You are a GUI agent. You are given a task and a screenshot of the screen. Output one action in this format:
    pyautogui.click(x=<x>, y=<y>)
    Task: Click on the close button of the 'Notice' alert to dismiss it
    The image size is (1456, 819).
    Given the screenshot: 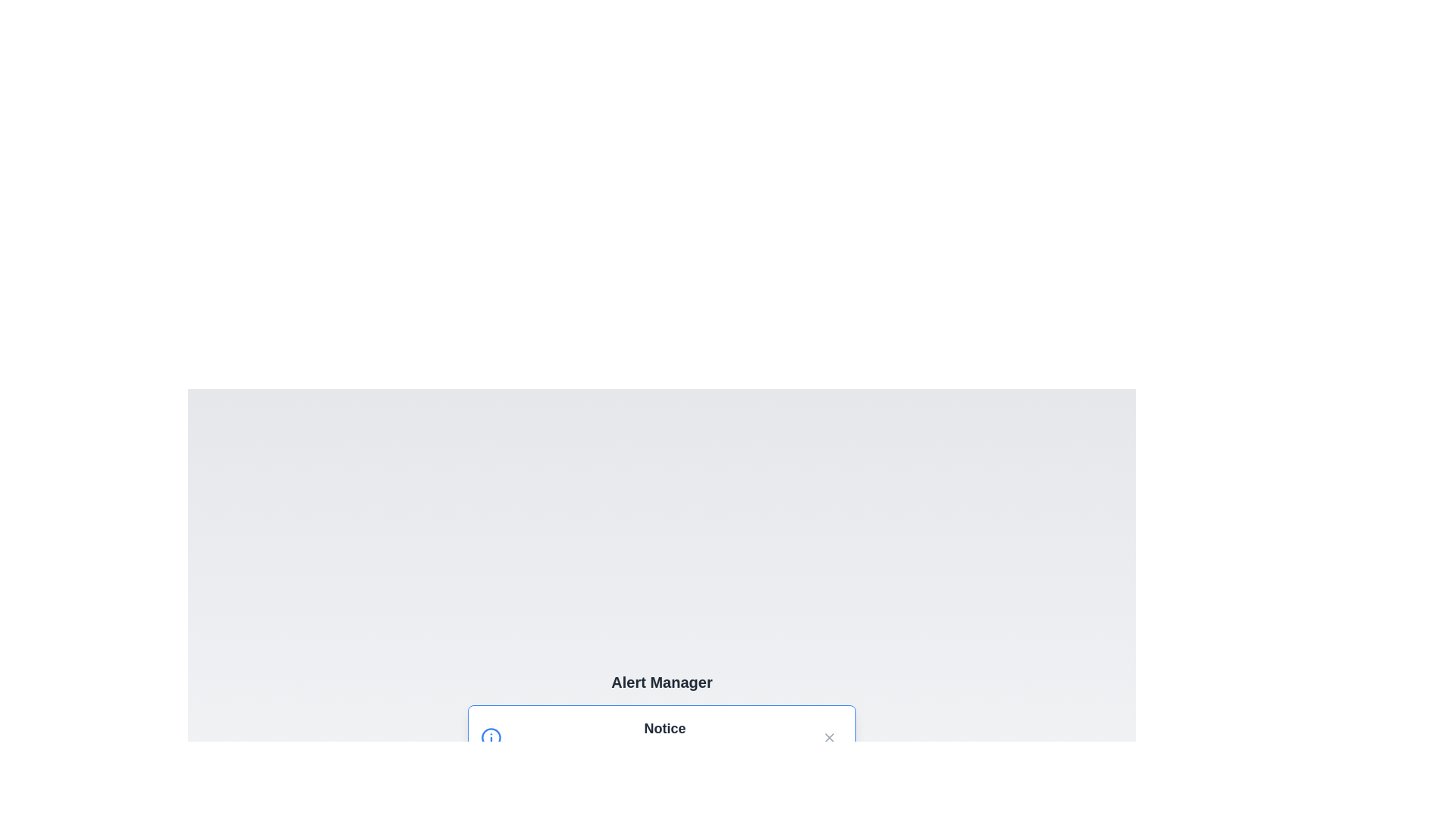 What is the action you would take?
    pyautogui.click(x=829, y=736)
    